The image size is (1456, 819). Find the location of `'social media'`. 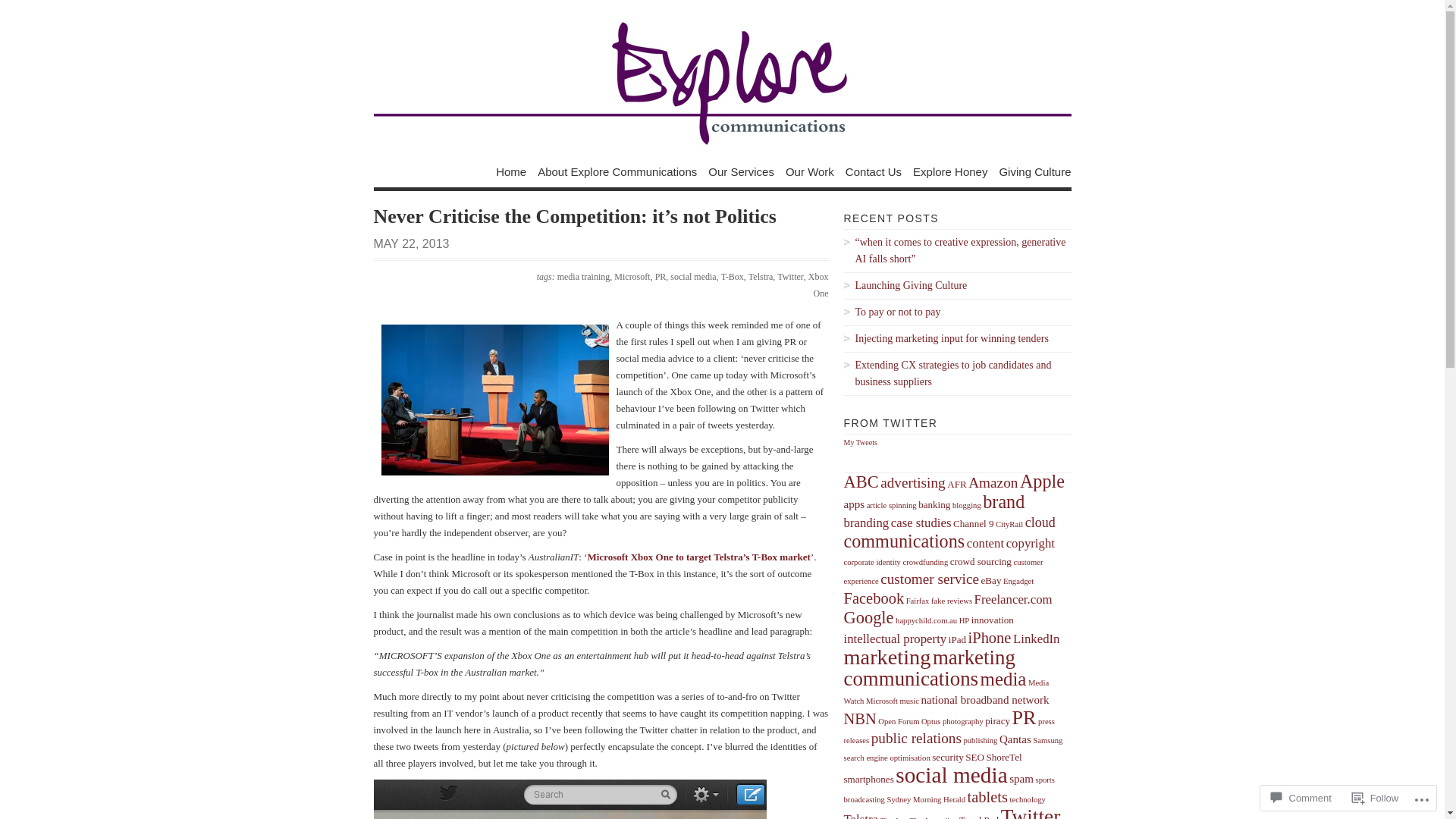

'social media' is located at coordinates (692, 277).